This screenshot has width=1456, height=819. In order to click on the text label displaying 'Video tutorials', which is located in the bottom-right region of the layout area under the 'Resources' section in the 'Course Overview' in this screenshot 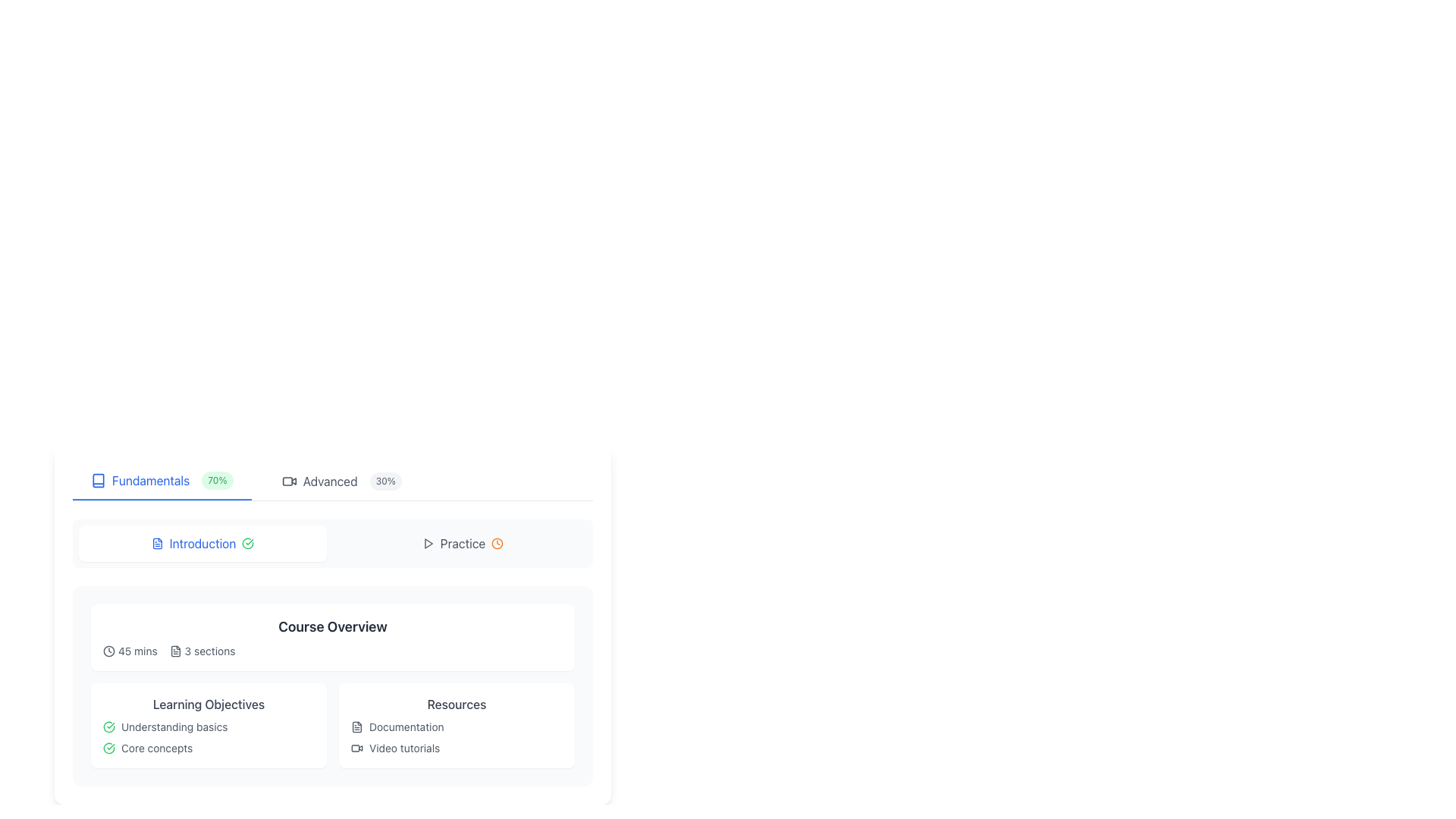, I will do `click(404, 748)`.